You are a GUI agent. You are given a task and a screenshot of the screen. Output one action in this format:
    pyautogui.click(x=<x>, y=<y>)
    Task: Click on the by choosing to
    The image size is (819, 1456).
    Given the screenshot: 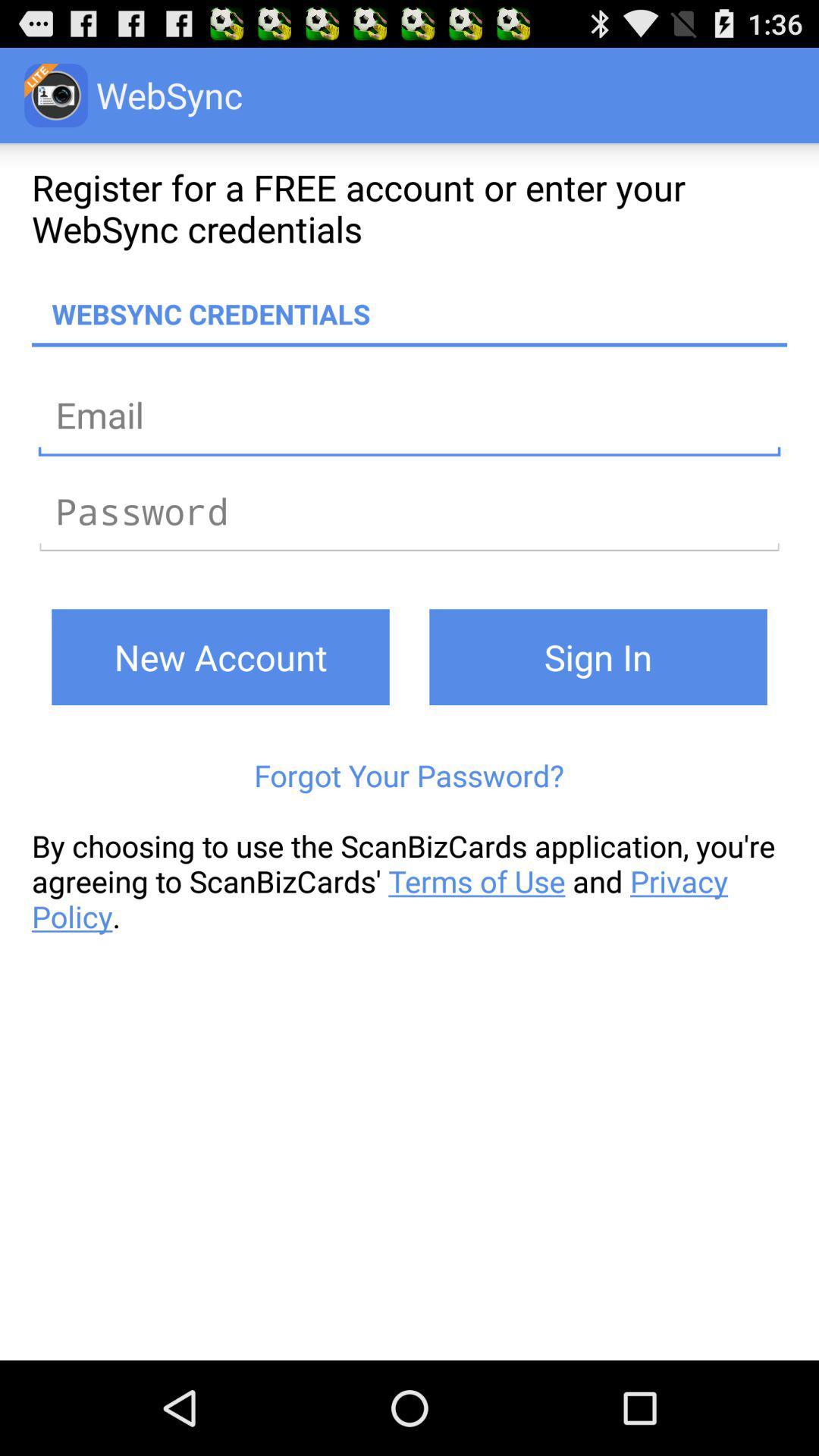 What is the action you would take?
    pyautogui.click(x=409, y=881)
    